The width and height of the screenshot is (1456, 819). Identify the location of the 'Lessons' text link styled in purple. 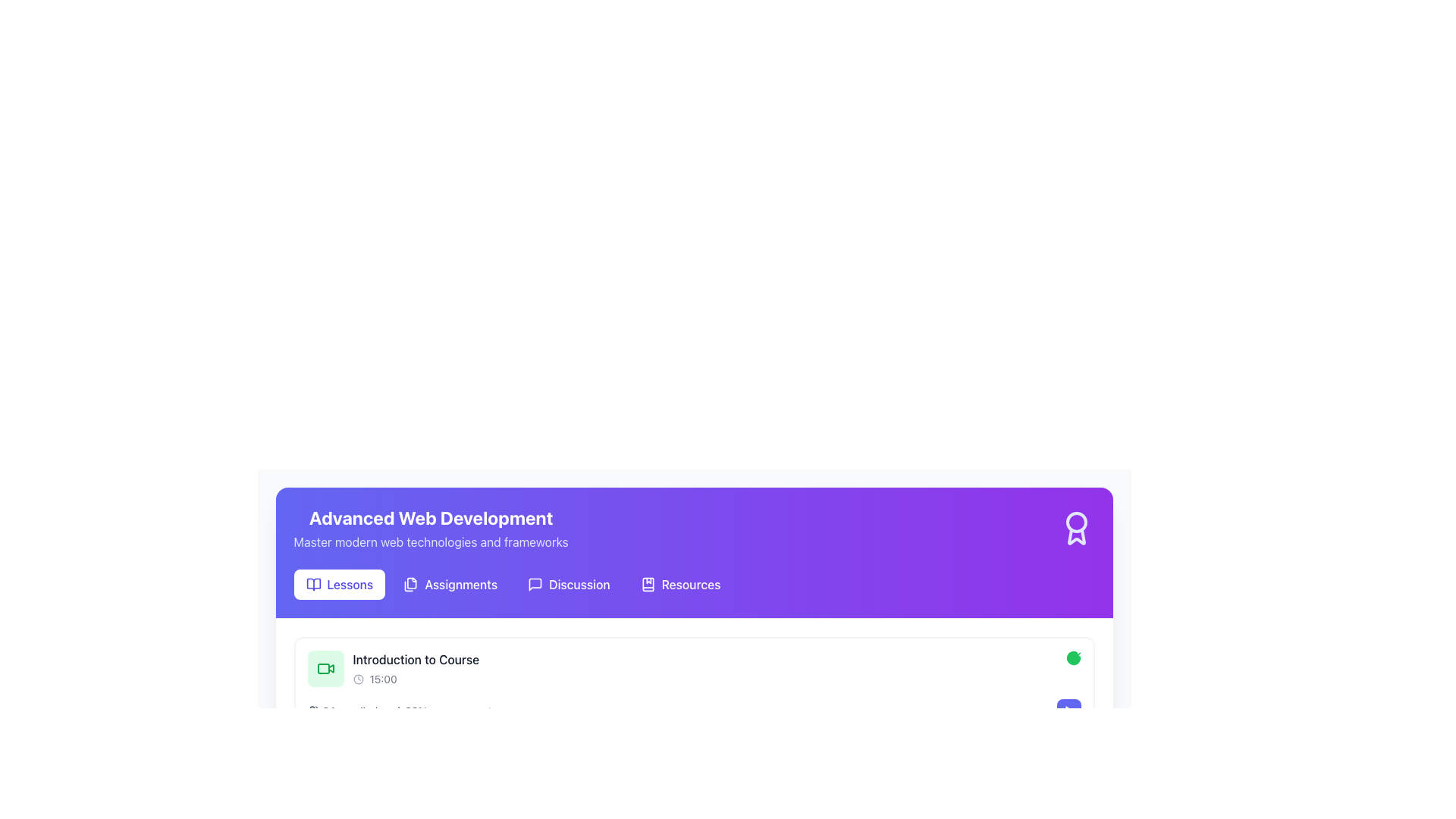
(349, 584).